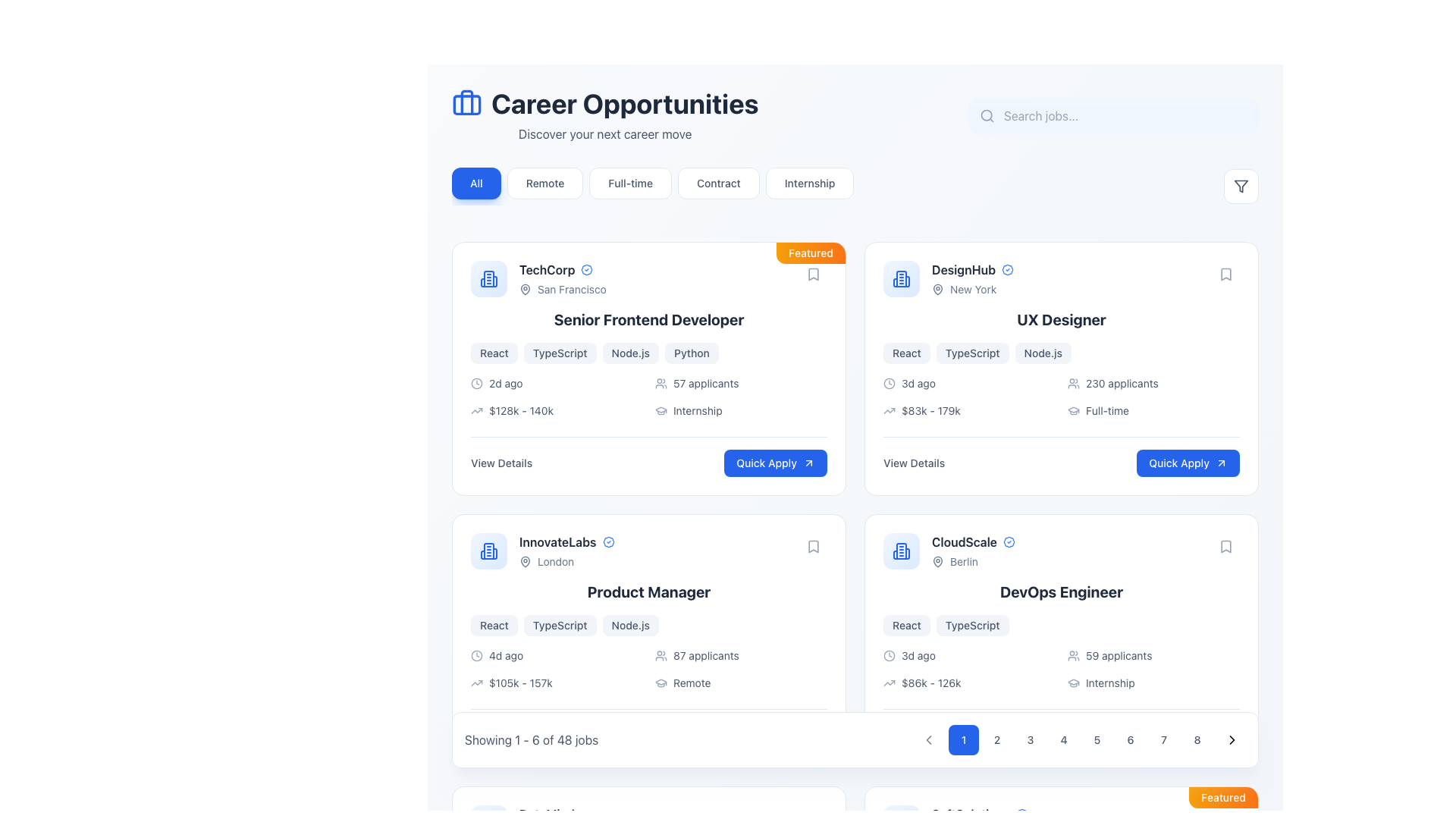  What do you see at coordinates (494, 281) in the screenshot?
I see `the rightmost vertical stroke of the building icon, which is styled with a simple black outline and is part of an SVG graphic` at bounding box center [494, 281].